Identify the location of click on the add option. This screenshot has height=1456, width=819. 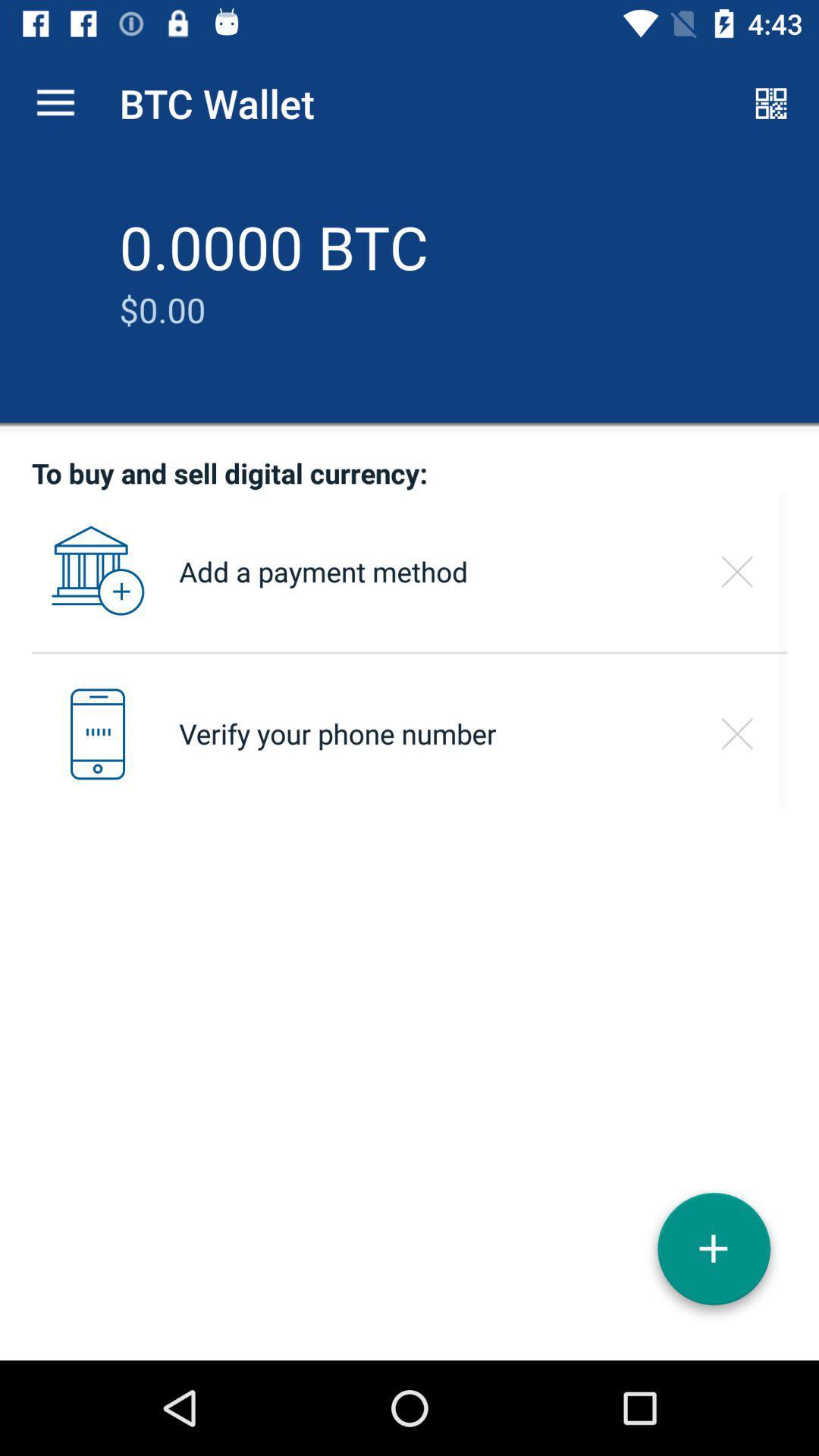
(714, 1254).